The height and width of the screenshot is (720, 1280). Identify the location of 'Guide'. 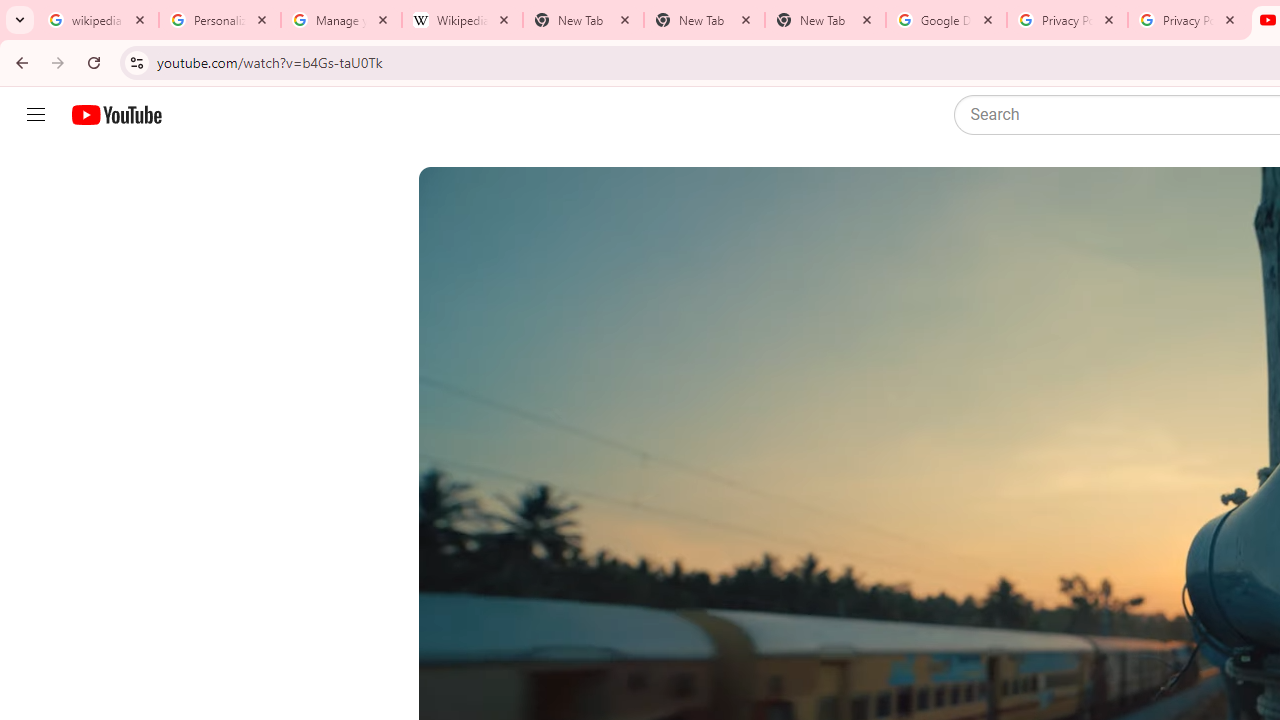
(35, 115).